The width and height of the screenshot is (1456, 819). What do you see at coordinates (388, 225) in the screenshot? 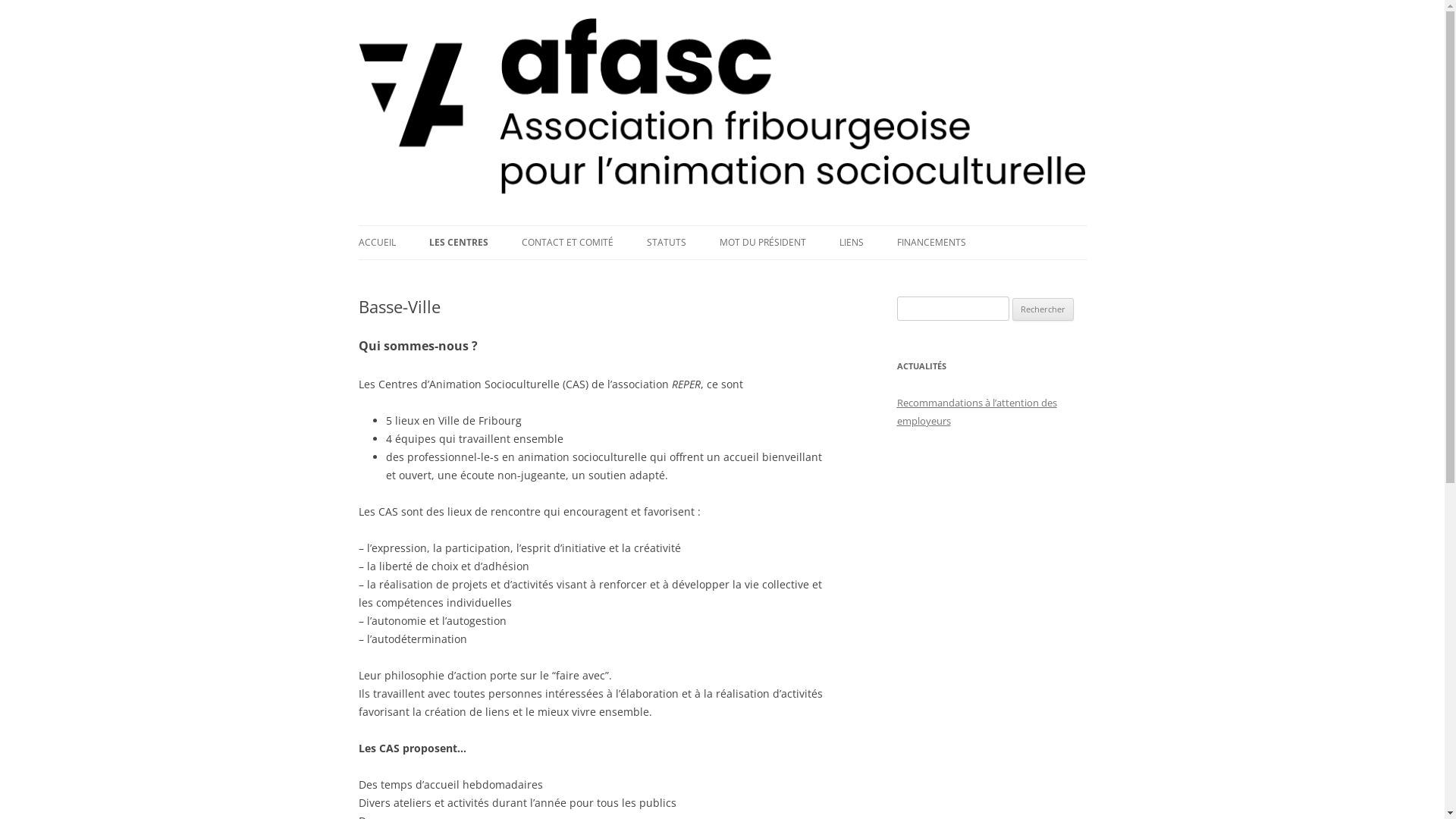
I see `'AFASC'` at bounding box center [388, 225].